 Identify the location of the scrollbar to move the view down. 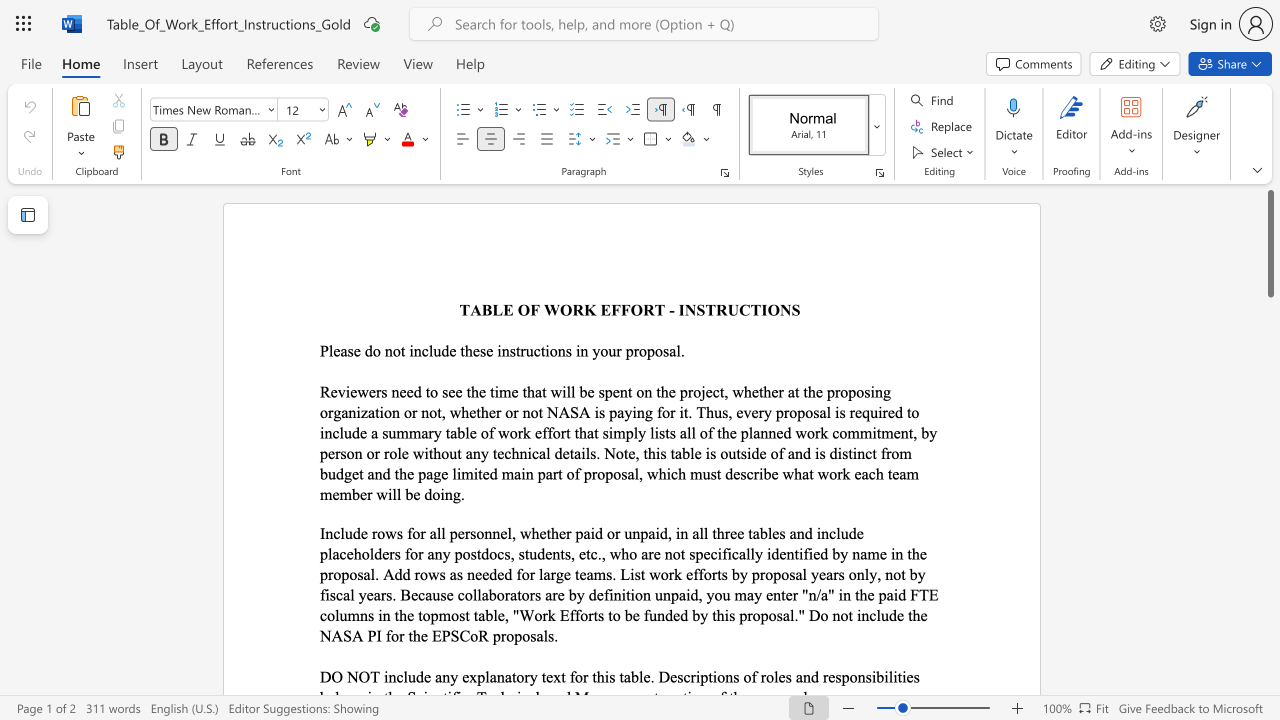
(1269, 560).